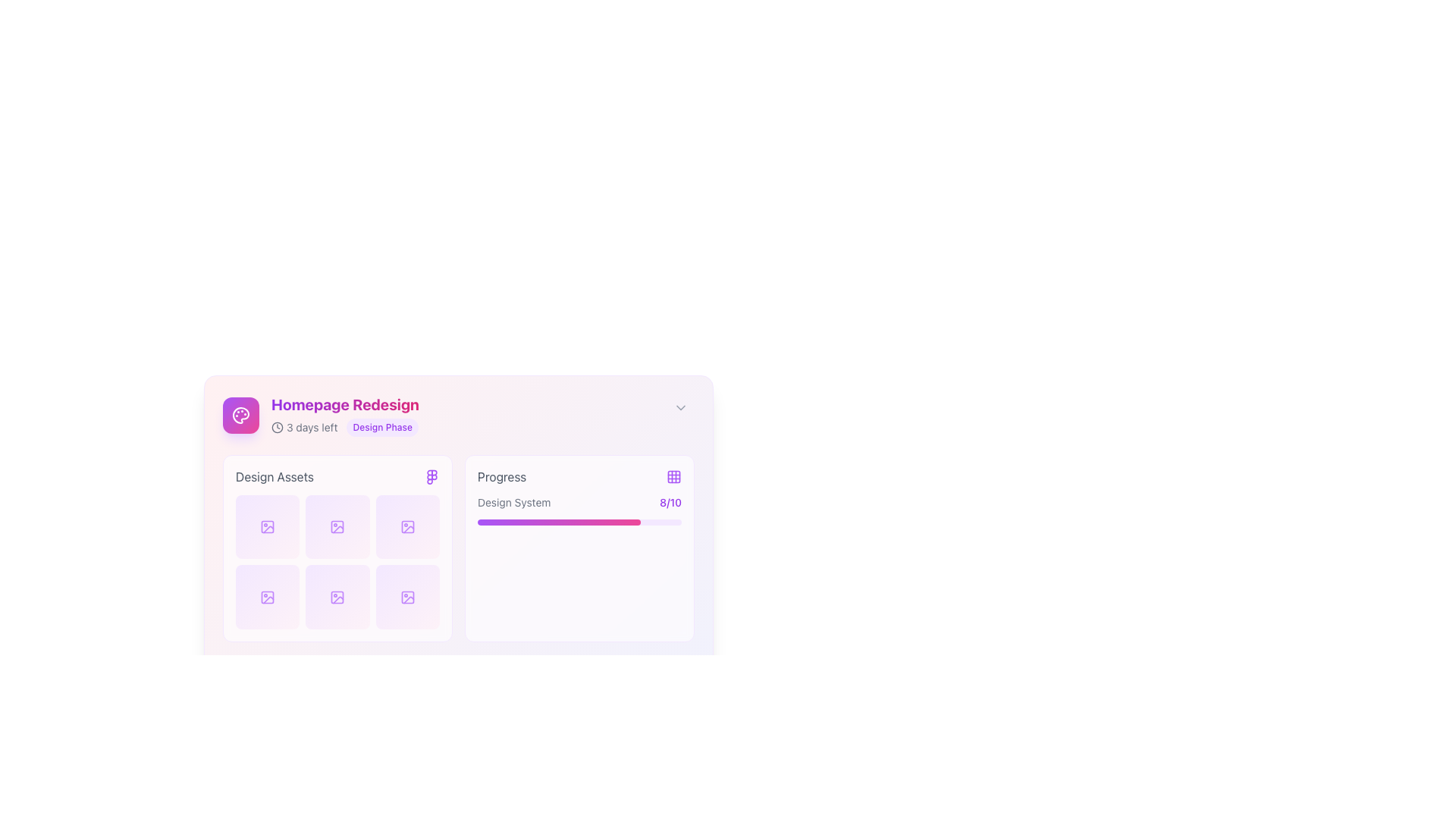  Describe the element at coordinates (268, 526) in the screenshot. I see `the design asset icon located in the first position of the grid structure within the 'Design Assets' section, which is represented by a rounded square with a gradient background` at that location.